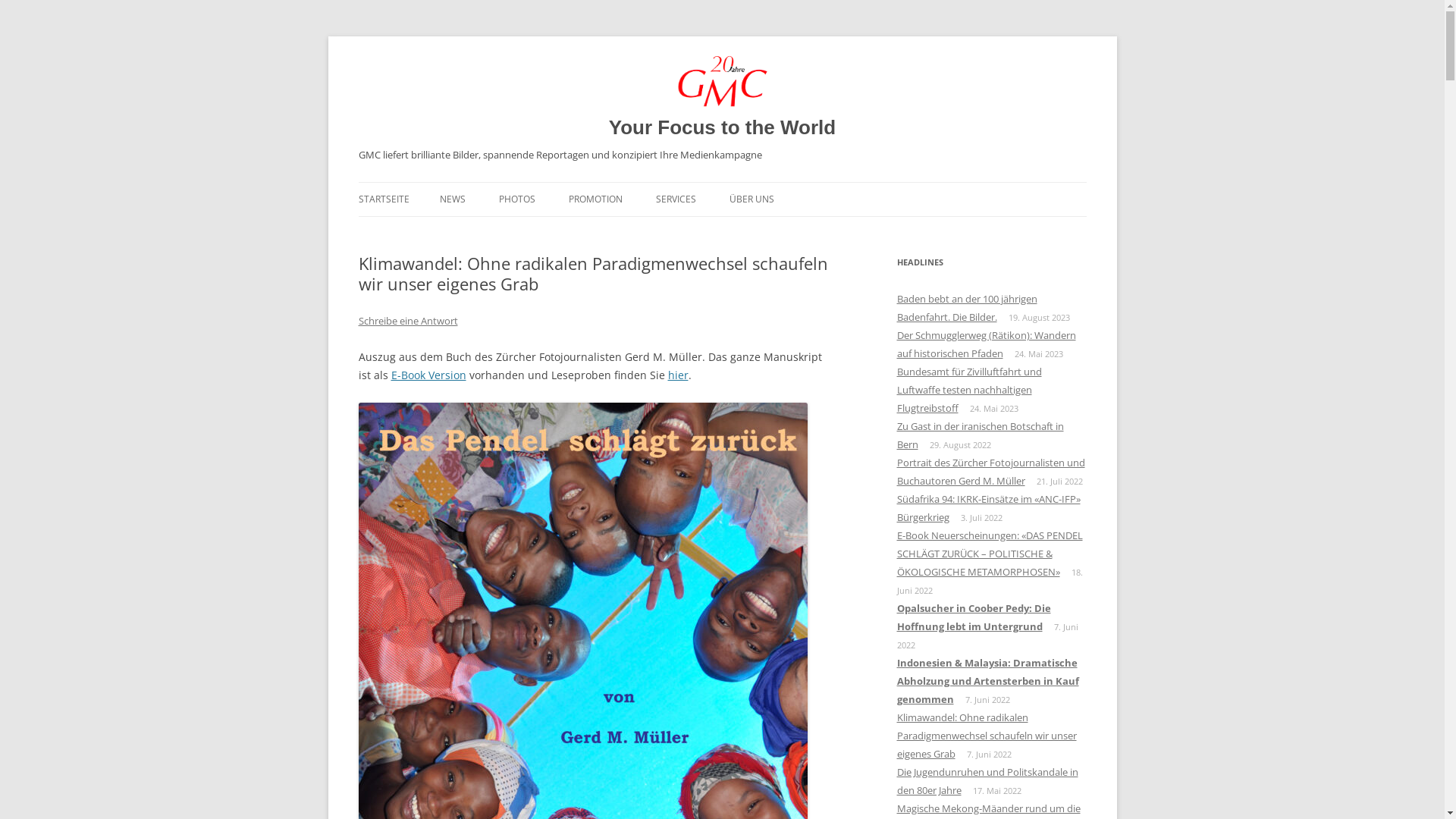  Describe the element at coordinates (391, 375) in the screenshot. I see `'E-Book Version'` at that location.